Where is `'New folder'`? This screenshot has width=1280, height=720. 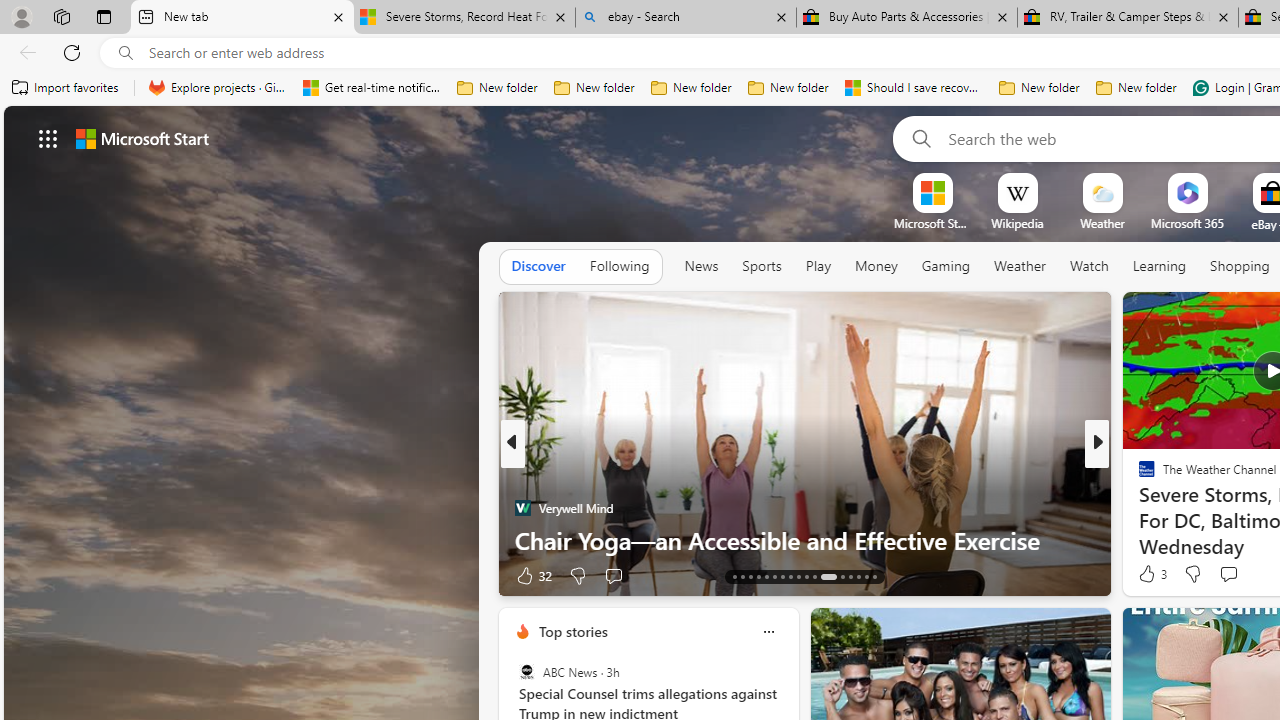 'New folder' is located at coordinates (1136, 87).